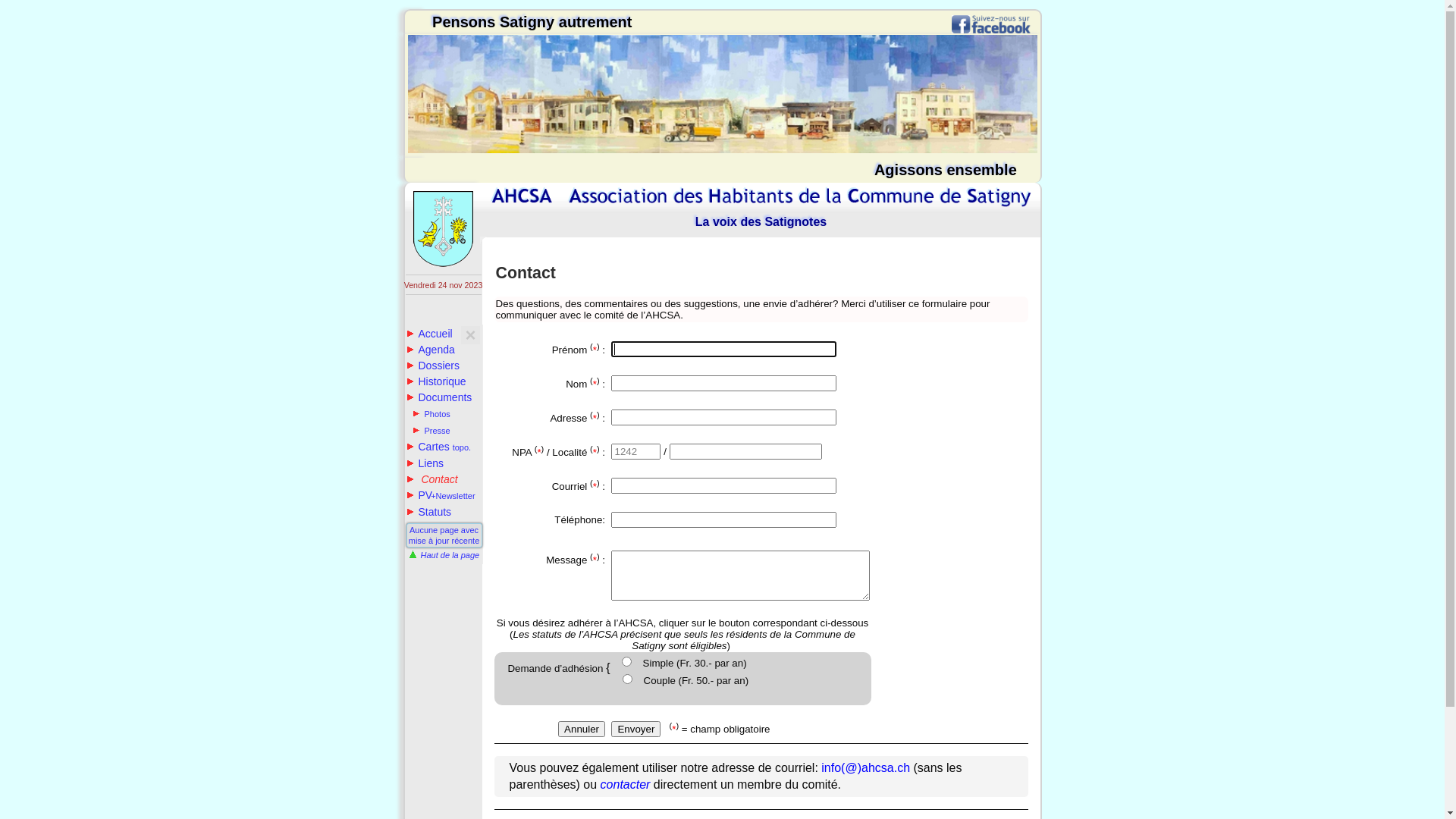 This screenshot has height=819, width=1456. I want to click on 'Historique', so click(435, 380).